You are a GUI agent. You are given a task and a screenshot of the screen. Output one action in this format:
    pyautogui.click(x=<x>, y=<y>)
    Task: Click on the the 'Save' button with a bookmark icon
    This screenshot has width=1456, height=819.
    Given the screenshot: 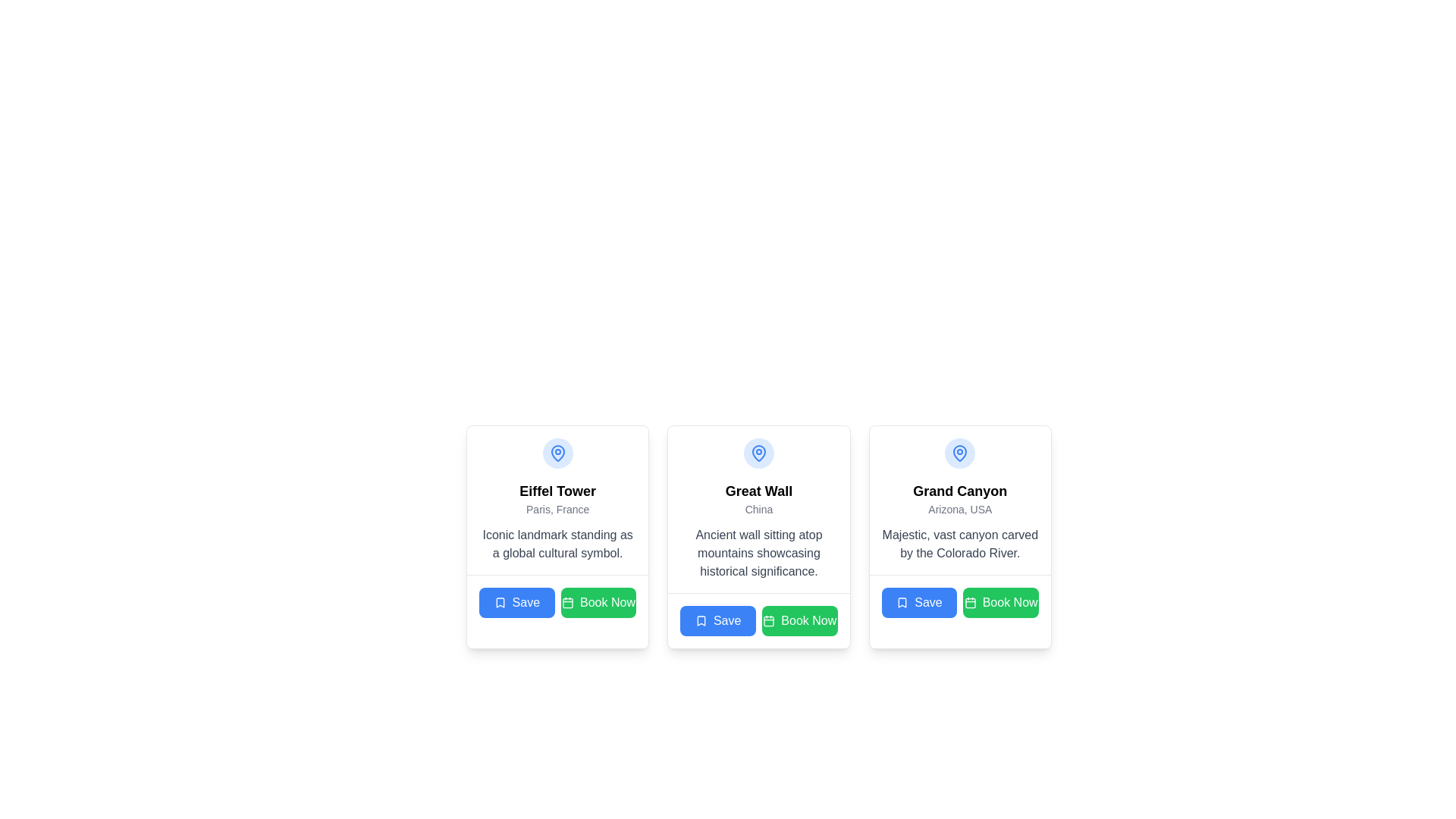 What is the action you would take?
    pyautogui.click(x=918, y=601)
    